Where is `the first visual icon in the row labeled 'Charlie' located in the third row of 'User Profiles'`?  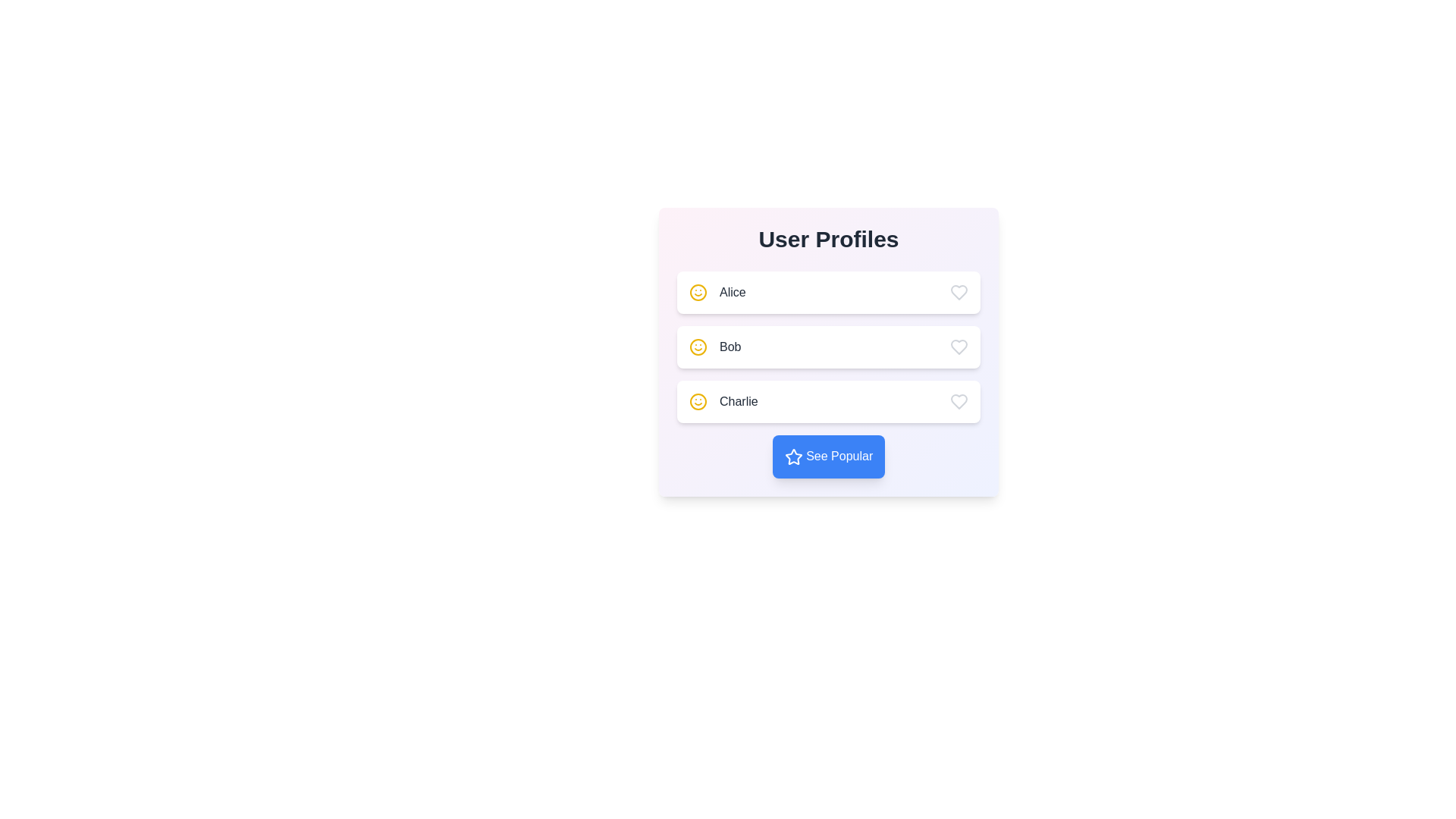 the first visual icon in the row labeled 'Charlie' located in the third row of 'User Profiles' is located at coordinates (698, 400).